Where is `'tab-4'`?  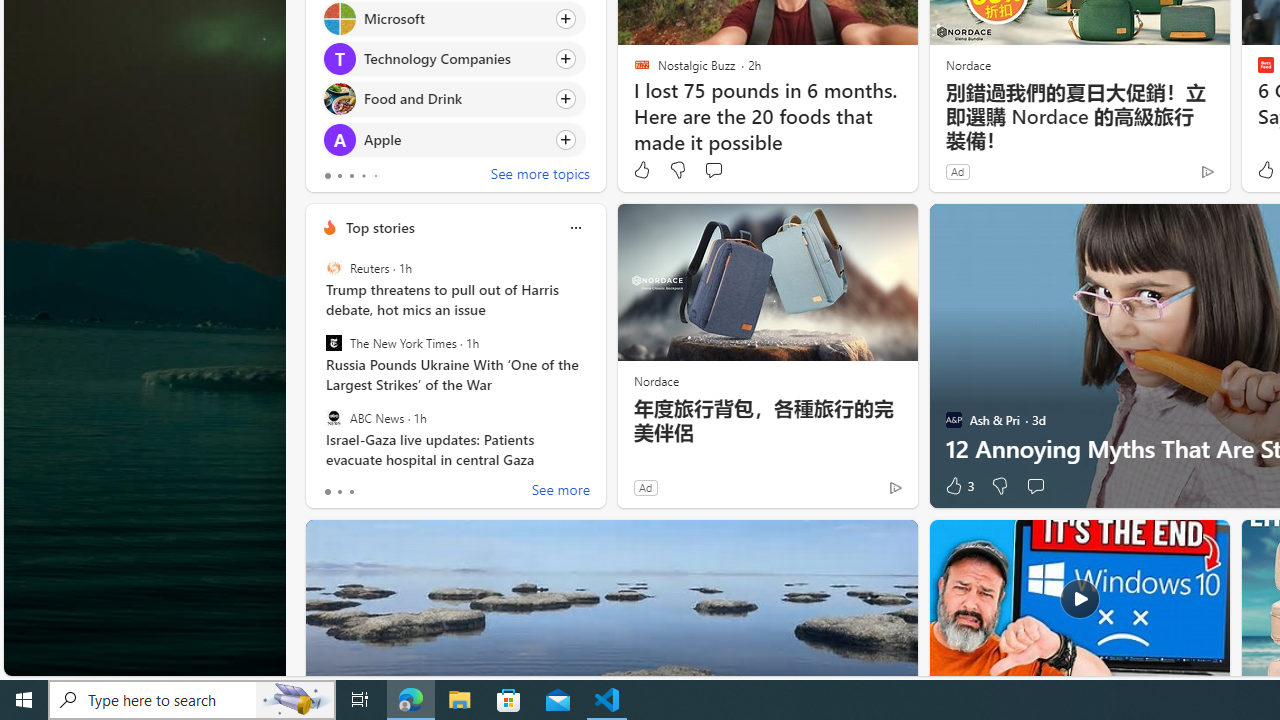
'tab-4' is located at coordinates (375, 175).